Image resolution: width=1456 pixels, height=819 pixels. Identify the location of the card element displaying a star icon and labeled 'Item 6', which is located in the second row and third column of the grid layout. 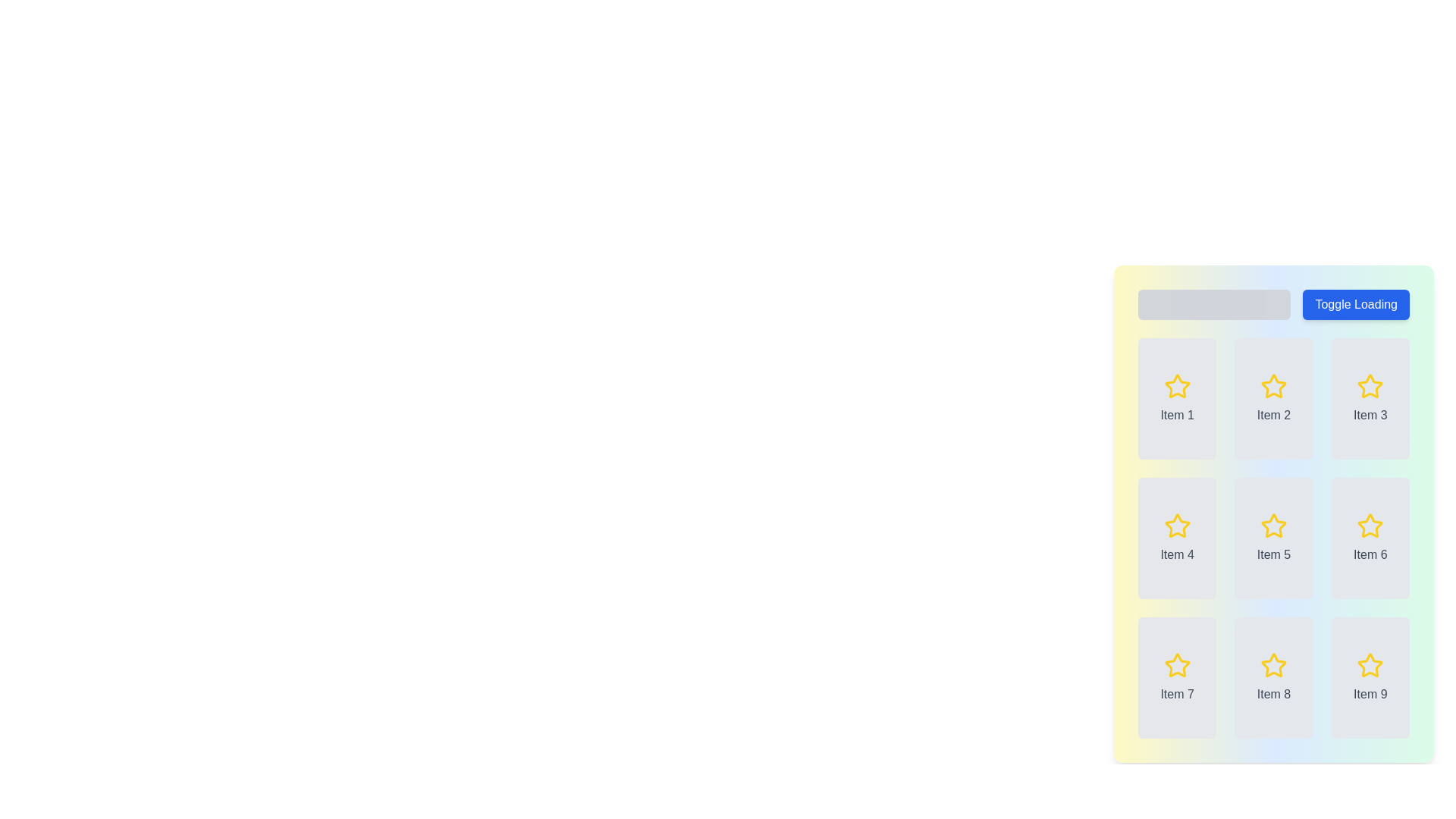
(1370, 537).